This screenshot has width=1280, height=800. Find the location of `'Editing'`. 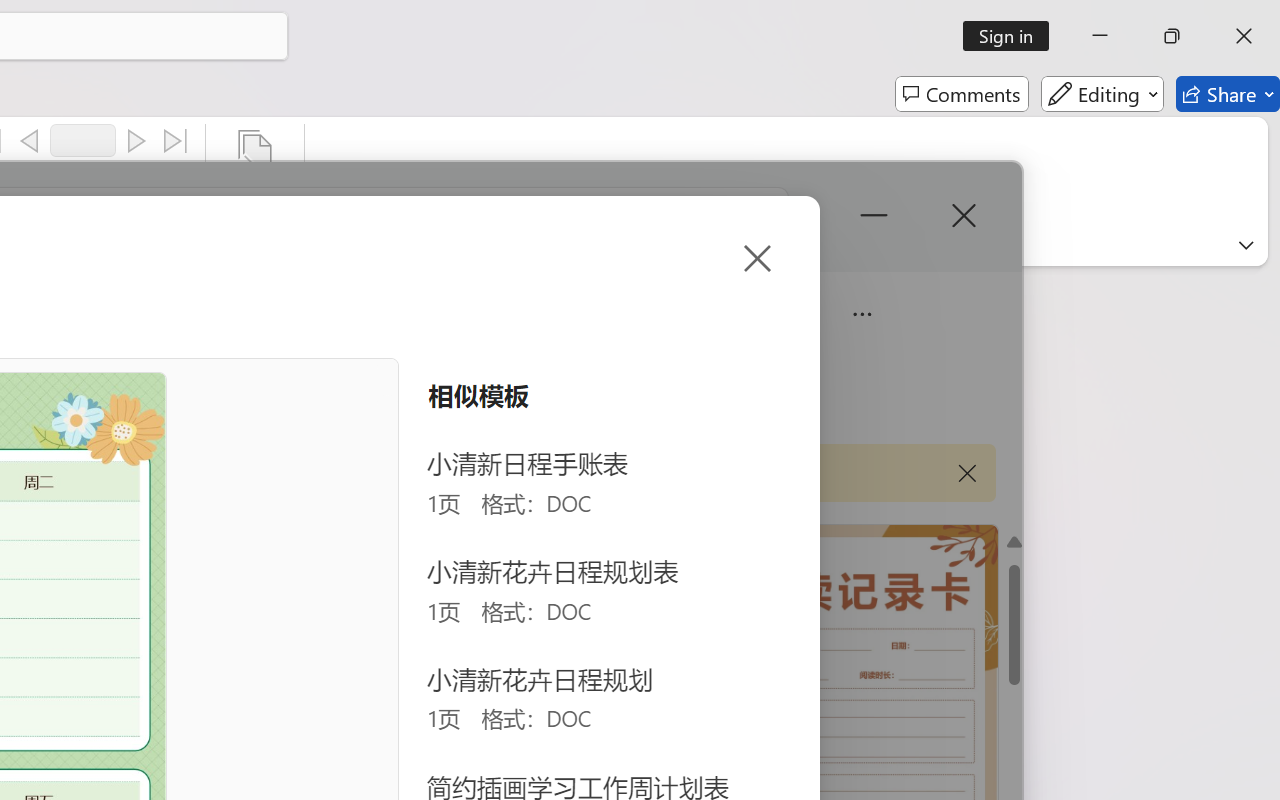

'Editing' is located at coordinates (1101, 94).